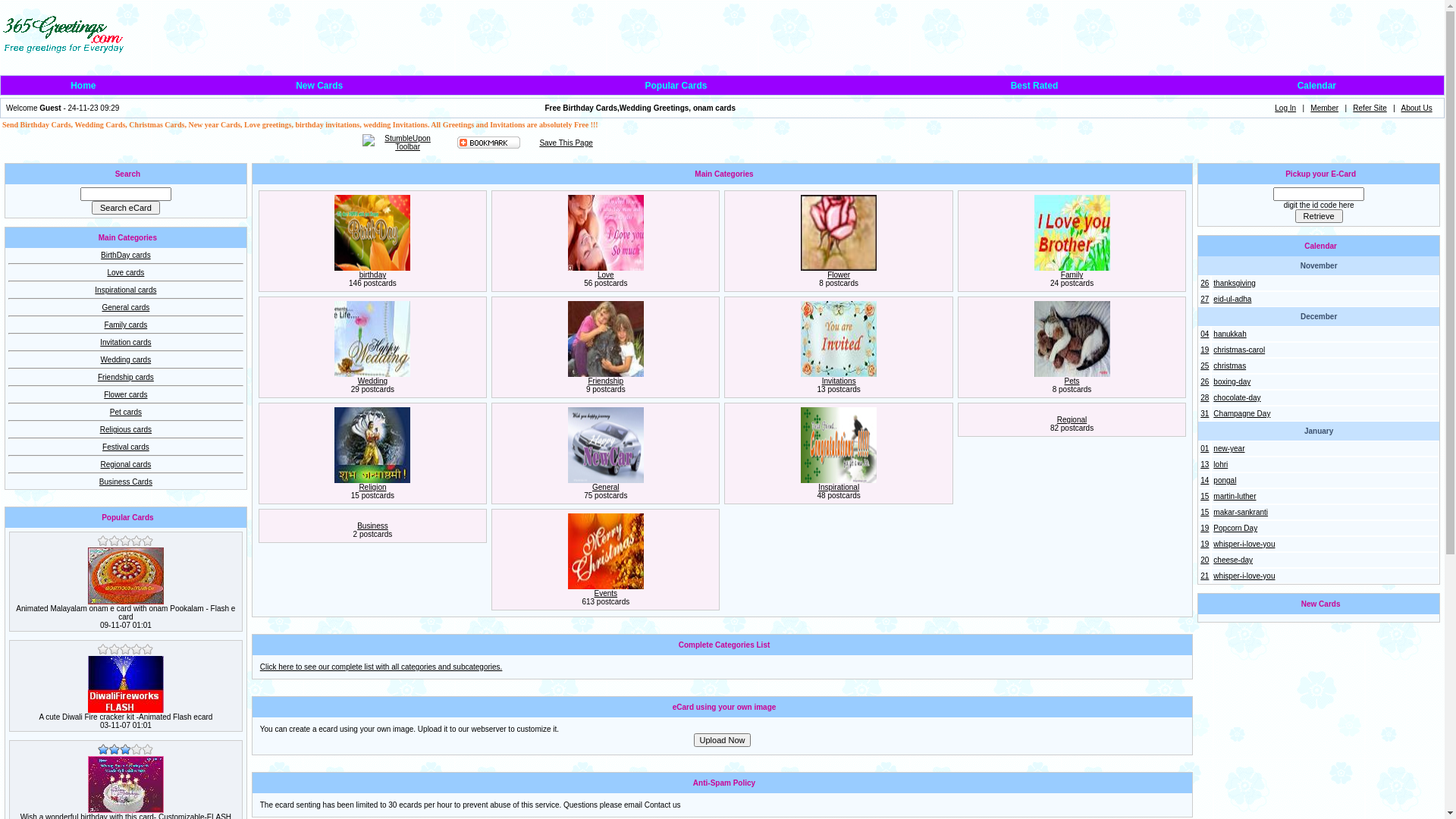  I want to click on 'Calendar', so click(1316, 85).